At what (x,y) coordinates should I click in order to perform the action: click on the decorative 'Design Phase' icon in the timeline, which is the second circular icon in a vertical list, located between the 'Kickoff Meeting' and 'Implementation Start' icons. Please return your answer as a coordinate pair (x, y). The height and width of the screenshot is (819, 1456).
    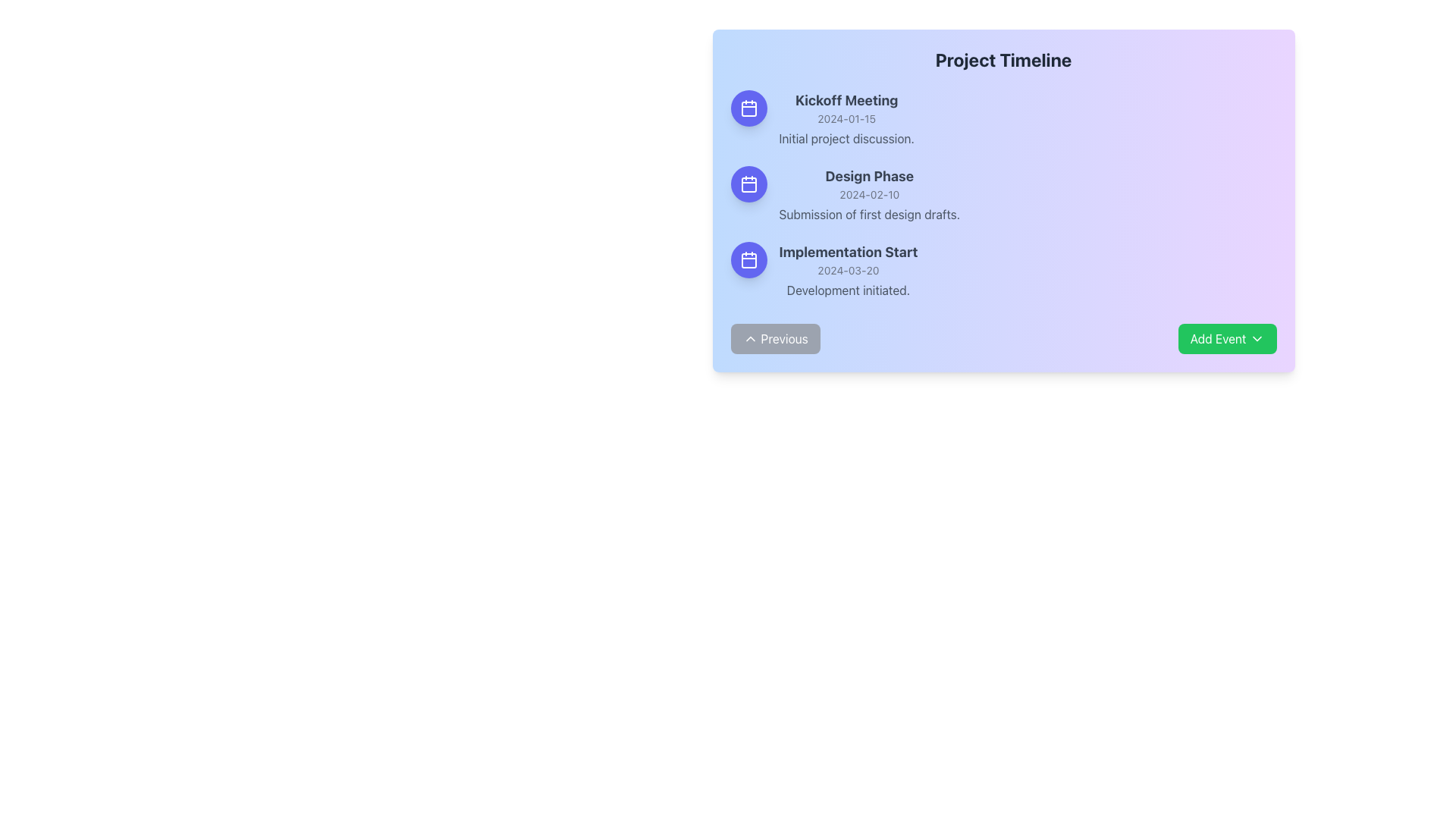
    Looking at the image, I should click on (748, 184).